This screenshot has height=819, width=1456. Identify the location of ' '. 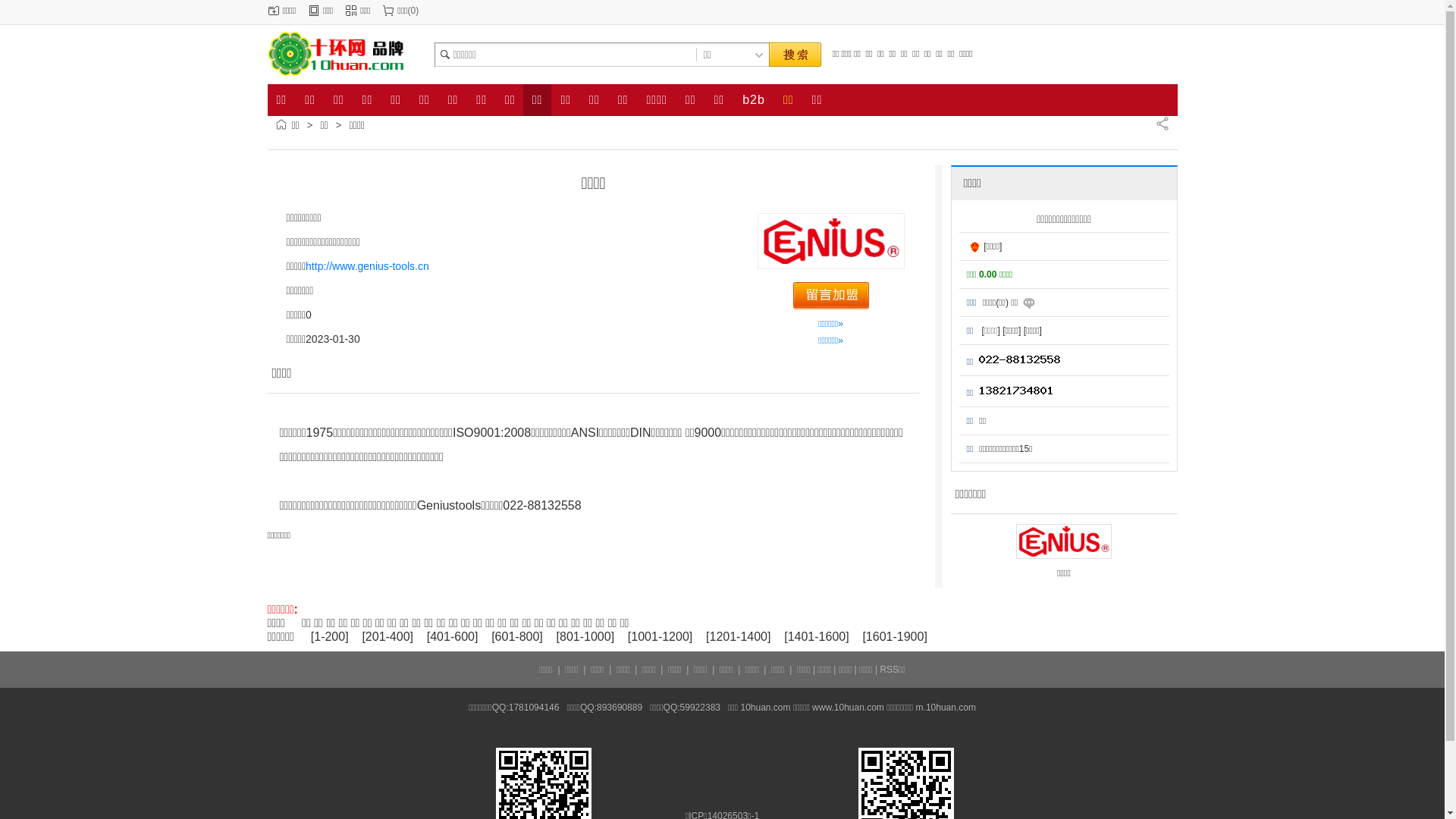
(792, 54).